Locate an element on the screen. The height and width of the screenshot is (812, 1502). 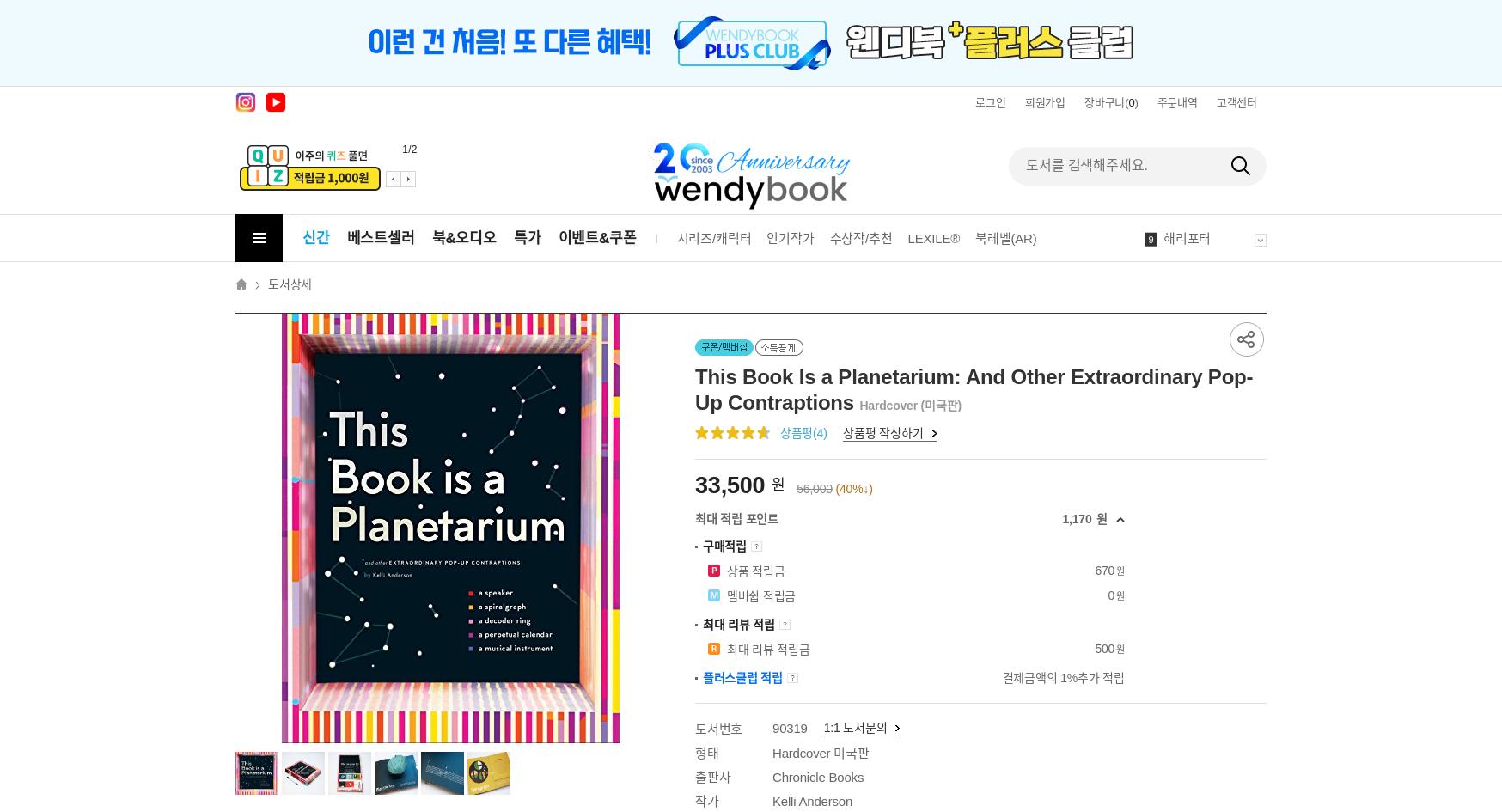
'2' is located at coordinates (1149, 80).